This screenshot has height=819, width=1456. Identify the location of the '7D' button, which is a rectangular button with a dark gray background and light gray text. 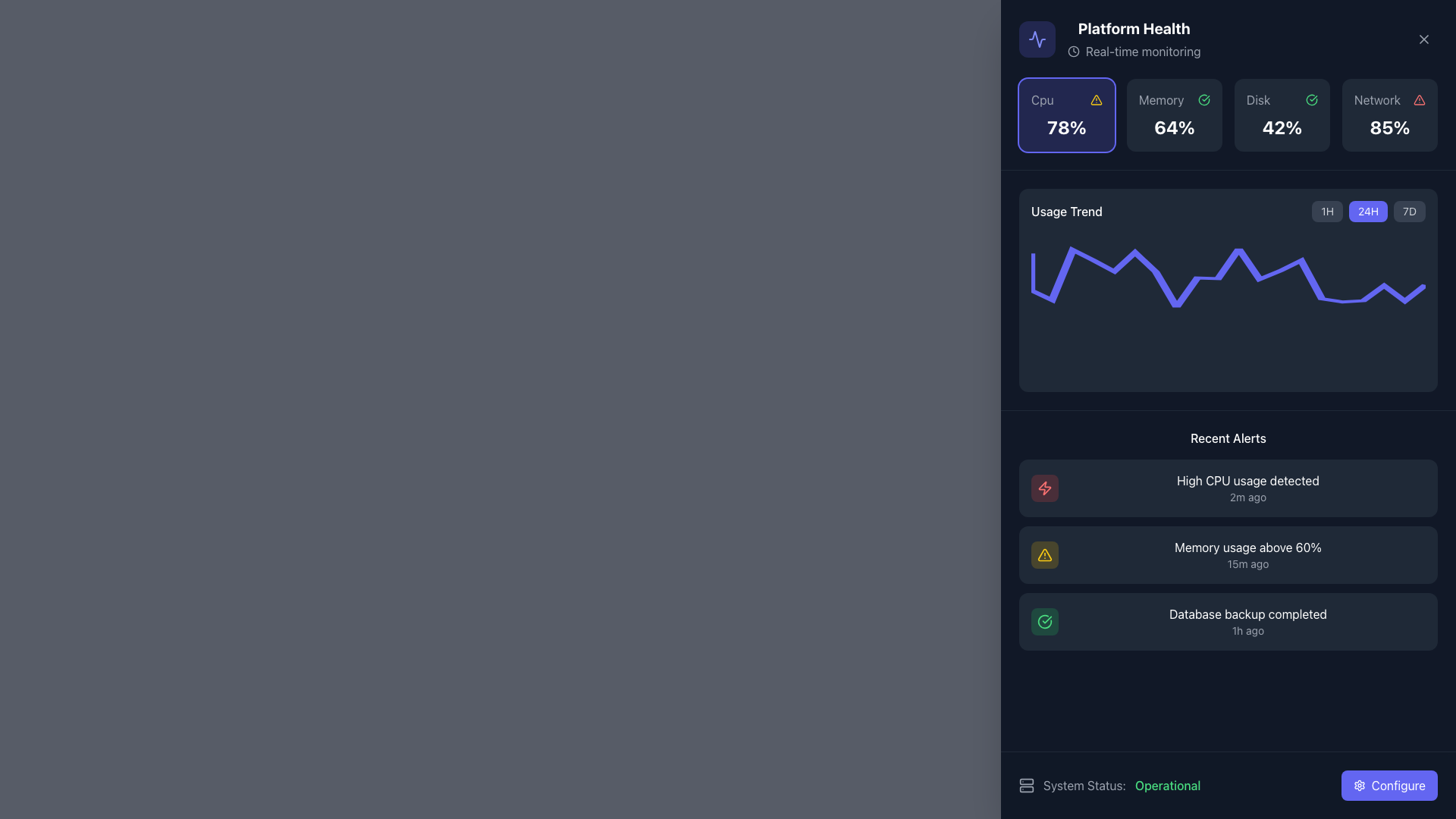
(1409, 211).